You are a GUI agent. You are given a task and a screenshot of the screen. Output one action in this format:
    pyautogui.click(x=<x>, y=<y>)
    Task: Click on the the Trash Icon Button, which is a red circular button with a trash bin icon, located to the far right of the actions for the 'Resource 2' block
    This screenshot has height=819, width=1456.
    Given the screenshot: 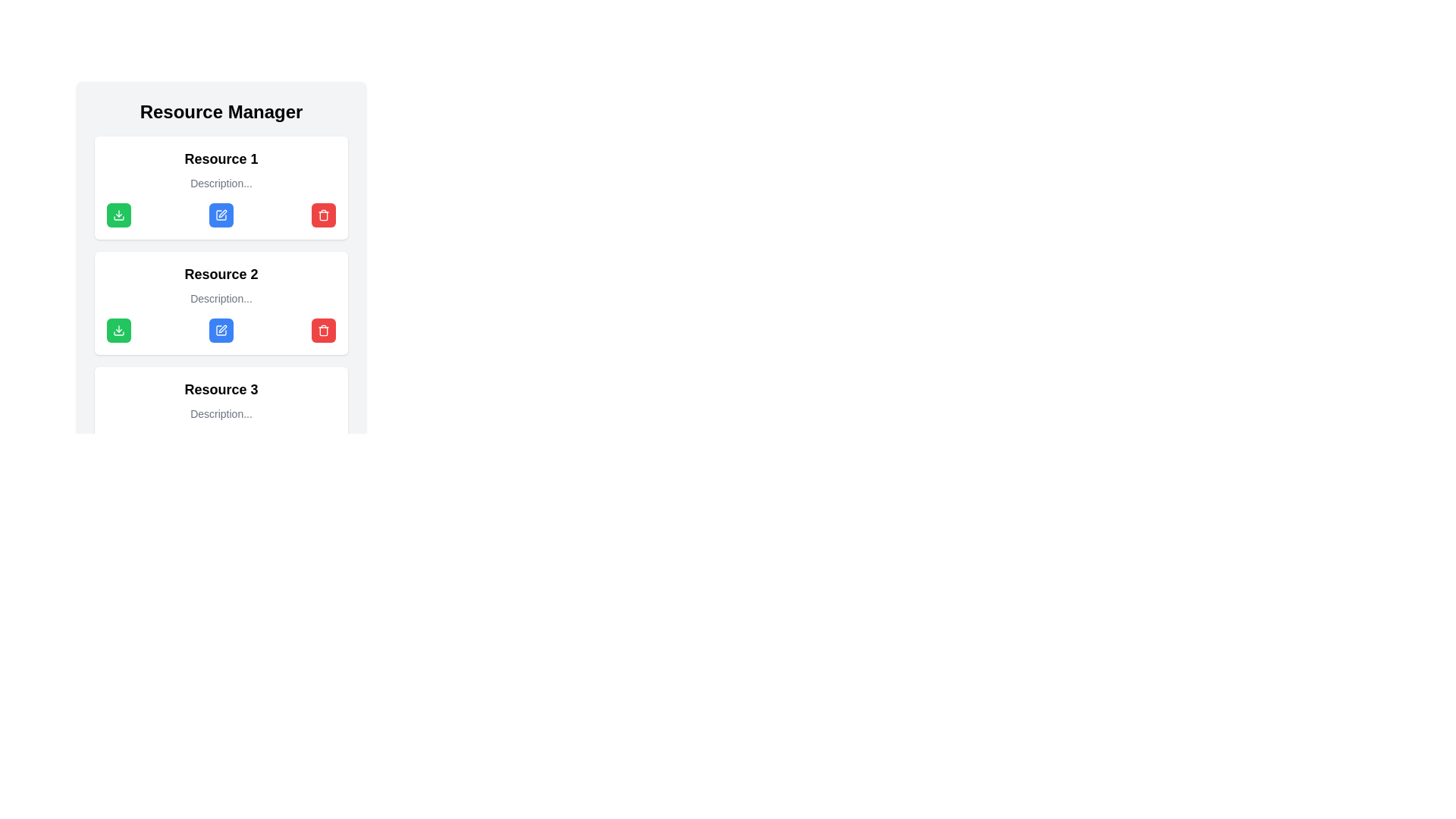 What is the action you would take?
    pyautogui.click(x=323, y=329)
    